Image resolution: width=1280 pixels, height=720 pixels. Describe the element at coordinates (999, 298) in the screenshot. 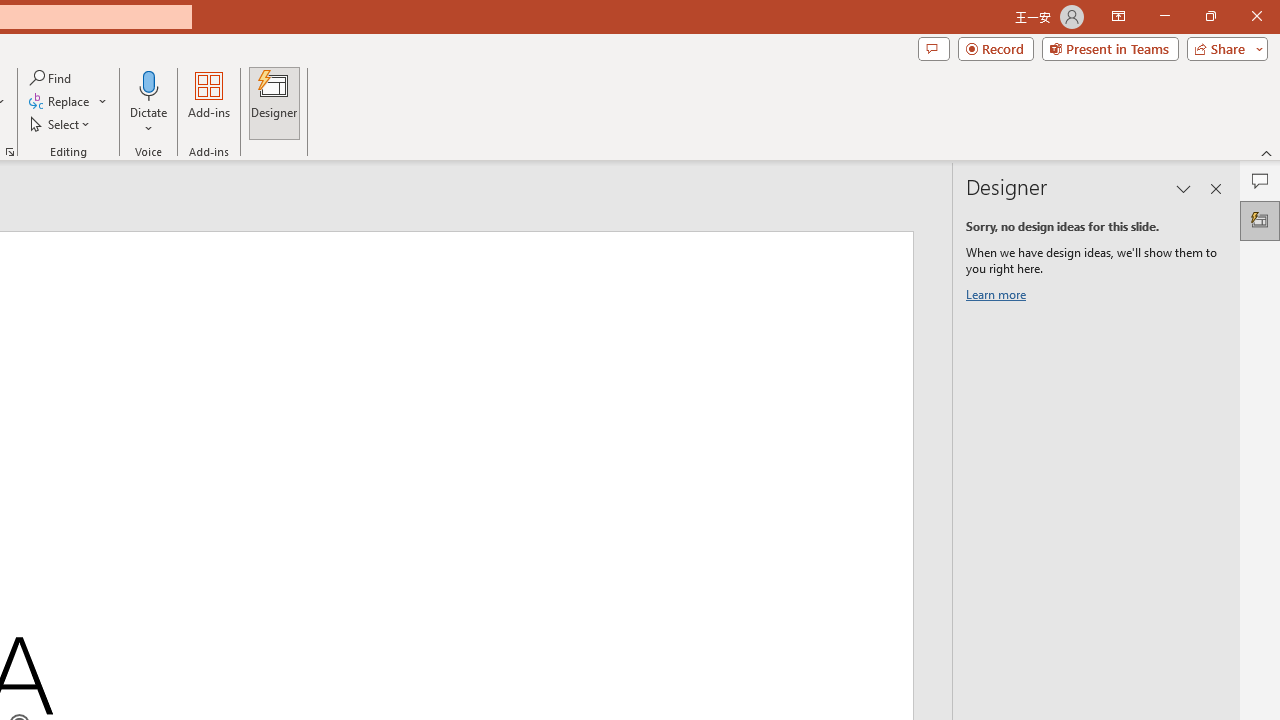

I see `'Learn more'` at that location.